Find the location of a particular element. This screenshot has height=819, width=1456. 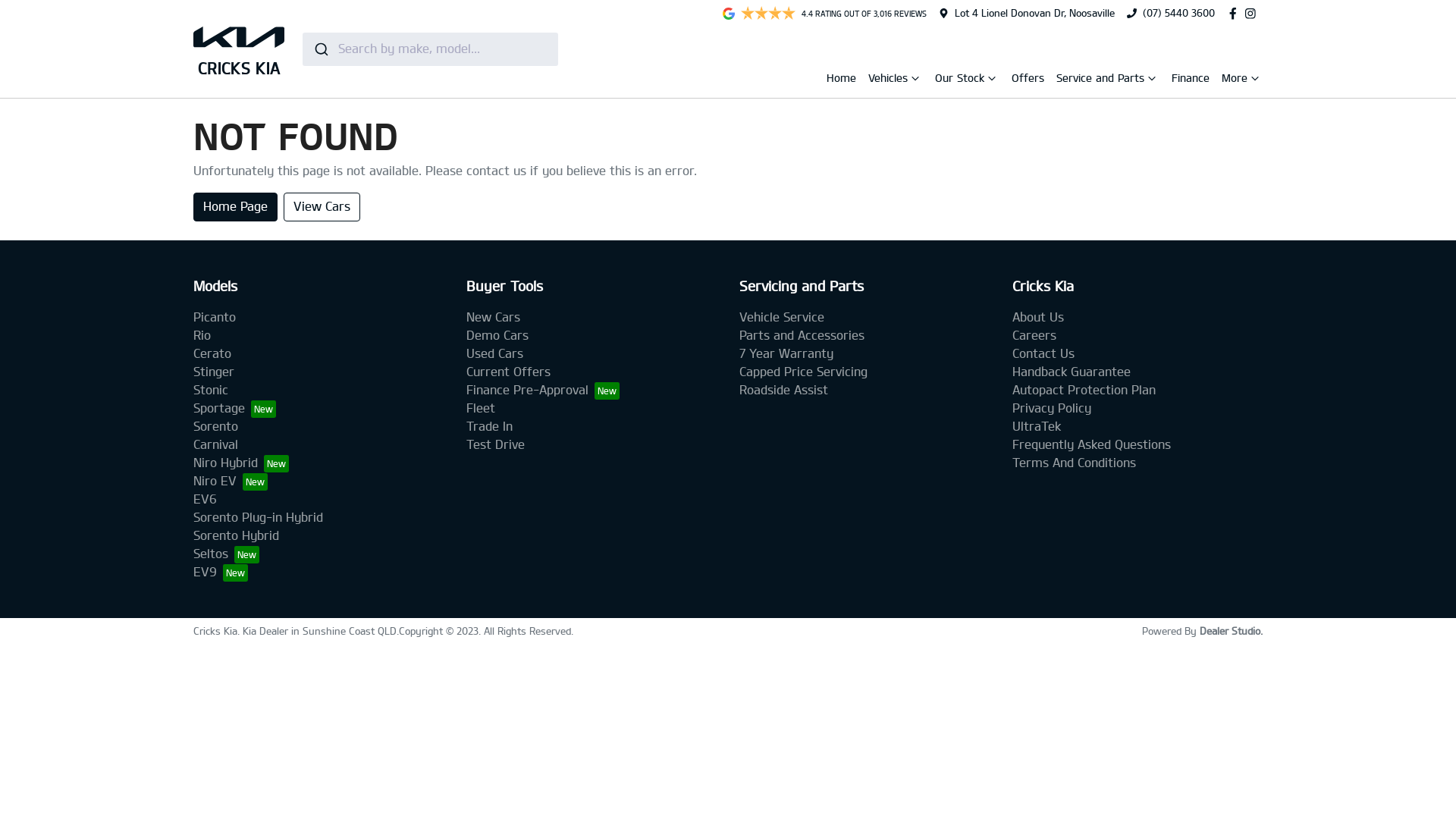

'Sorento' is located at coordinates (215, 426).